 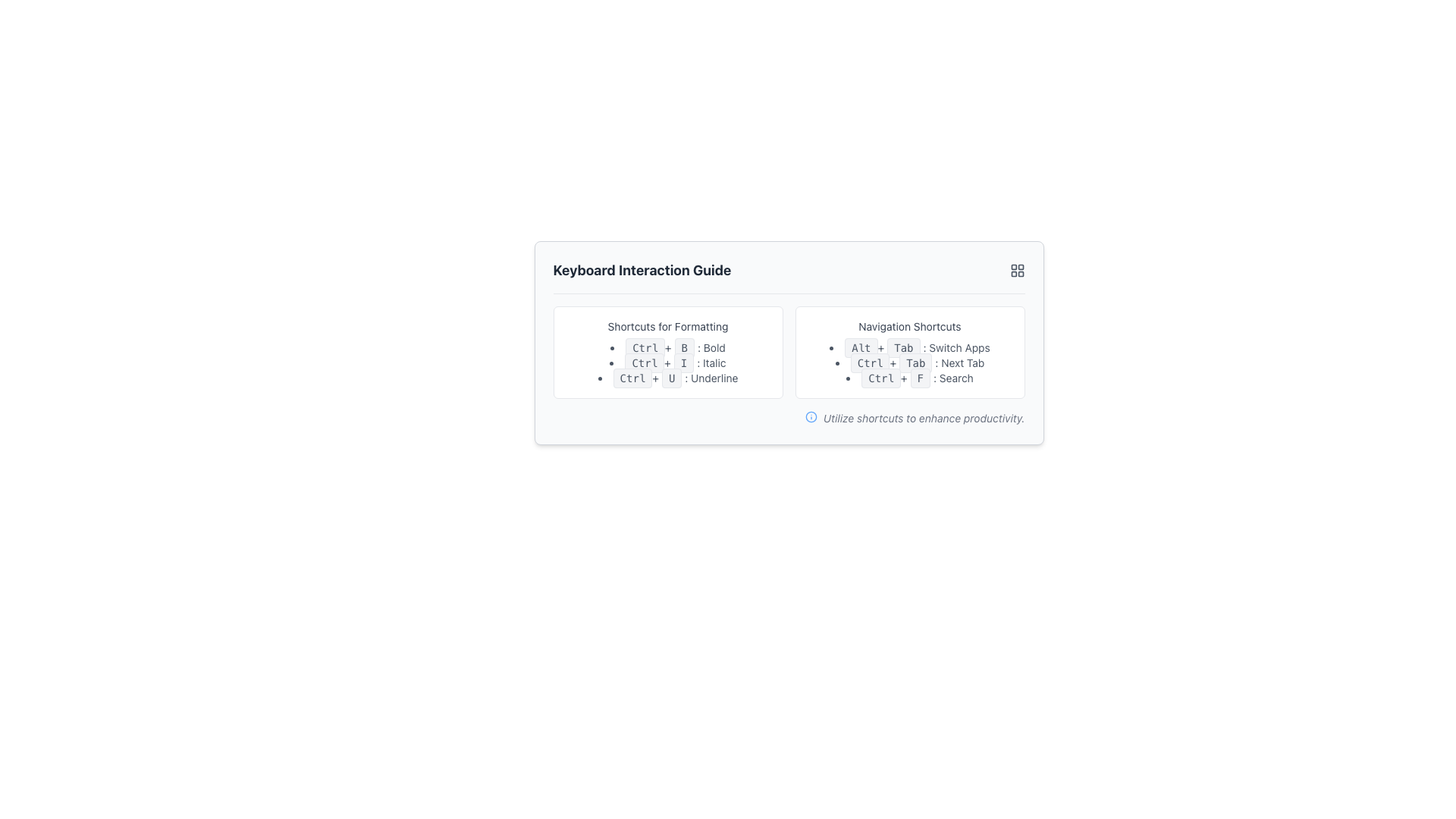 I want to click on the 'Ctrl' button-like visualization in the 'Shortcuts for Formatting' section of the 'Keyboard Interaction Guide', which is styled to resemble a keyboard key, so click(x=645, y=348).